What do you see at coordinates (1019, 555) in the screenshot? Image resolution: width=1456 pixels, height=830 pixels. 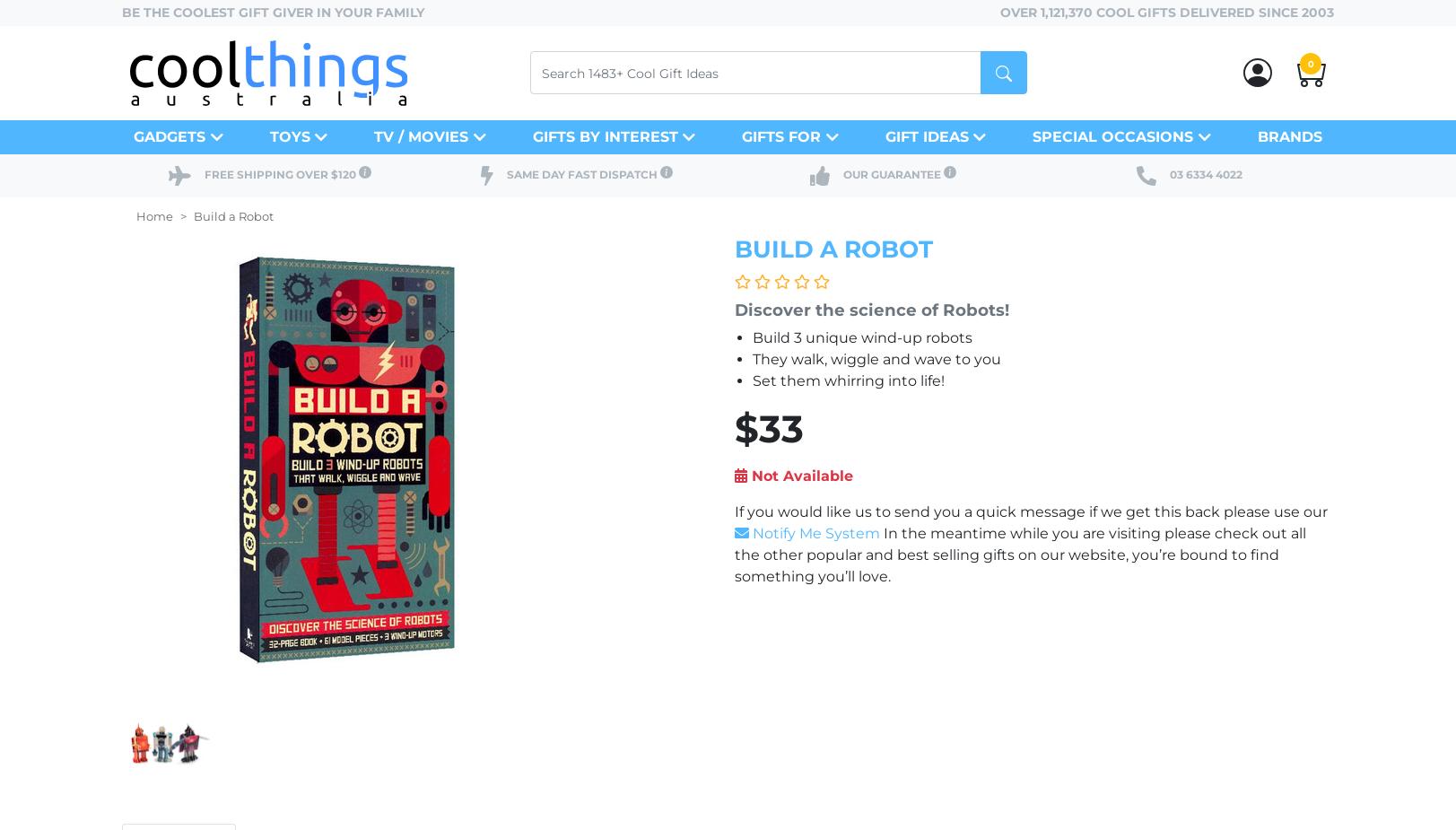 I see `'In the meantime while you are visiting please check out all the other popular and best selling gifts on our website, you’re bound to find something you’ll love.'` at bounding box center [1019, 555].